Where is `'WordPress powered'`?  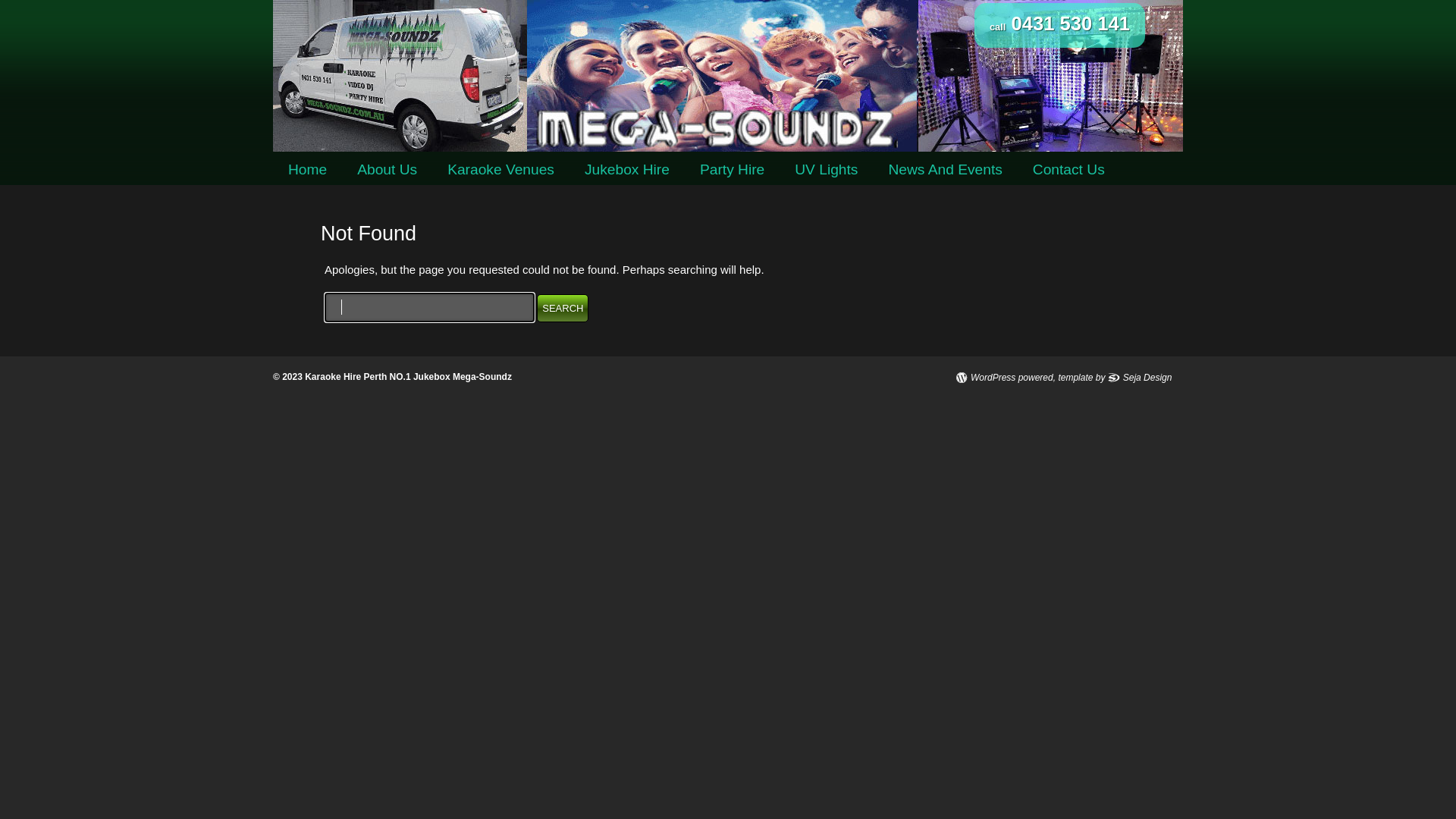 'WordPress powered' is located at coordinates (1004, 376).